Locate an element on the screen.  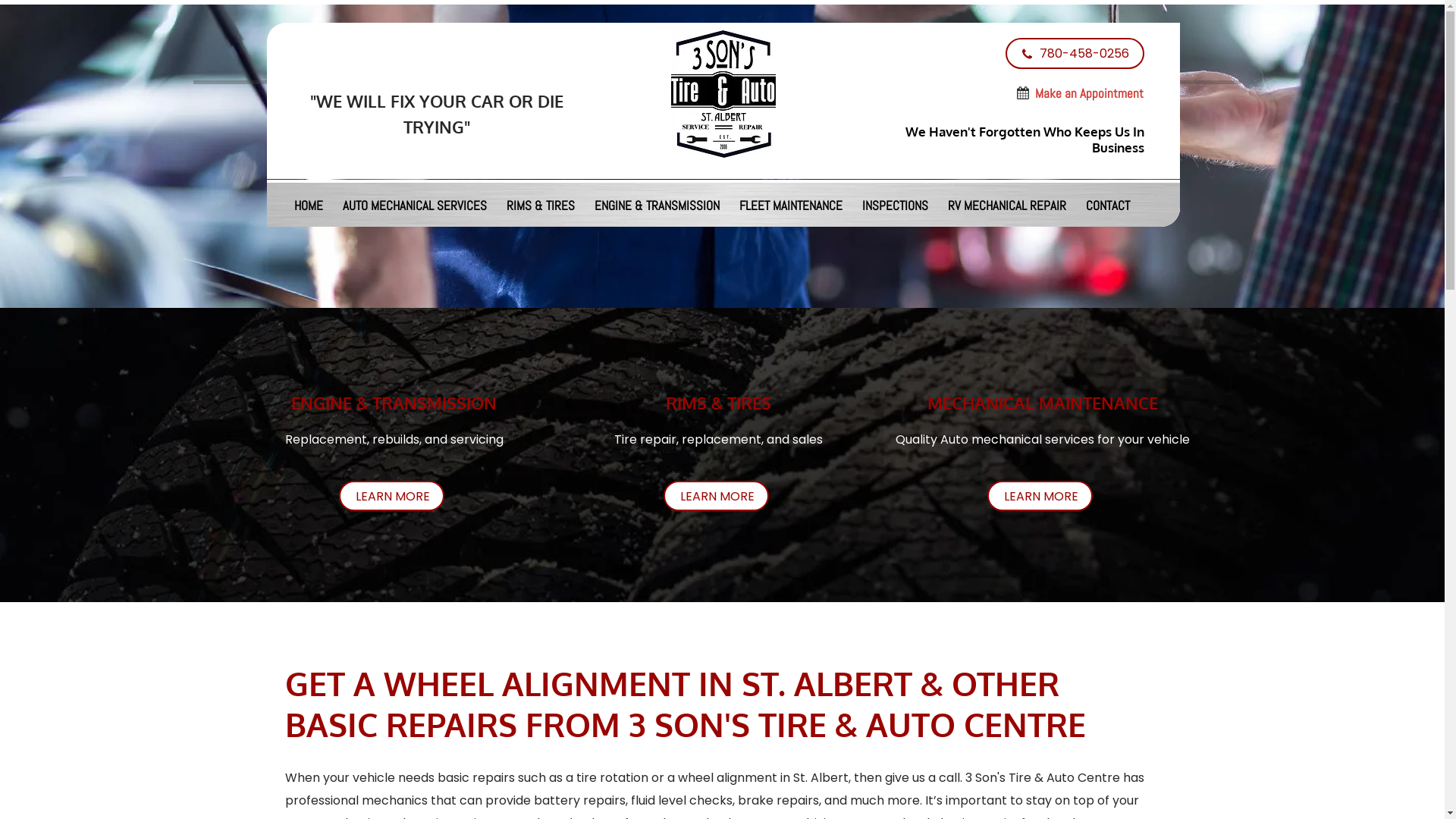
'Make an Appointment' is located at coordinates (1087, 95).